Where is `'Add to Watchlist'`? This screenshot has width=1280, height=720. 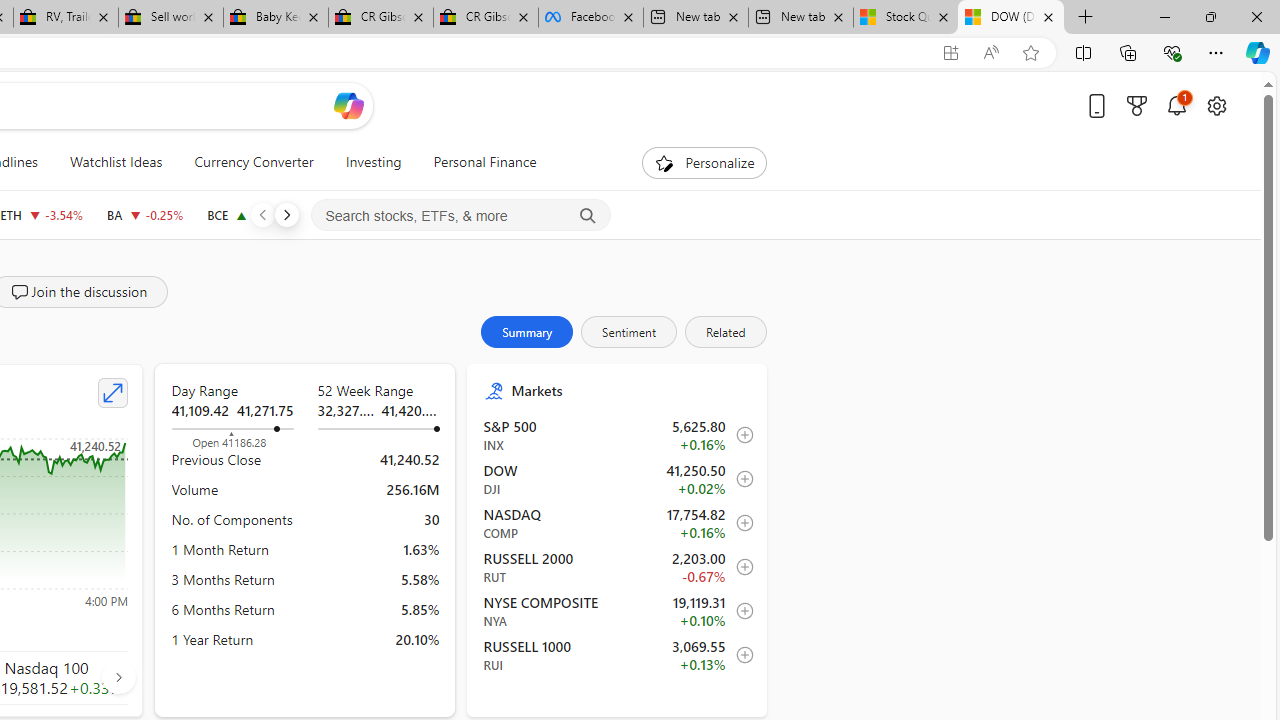 'Add to Watchlist' is located at coordinates (738, 655).